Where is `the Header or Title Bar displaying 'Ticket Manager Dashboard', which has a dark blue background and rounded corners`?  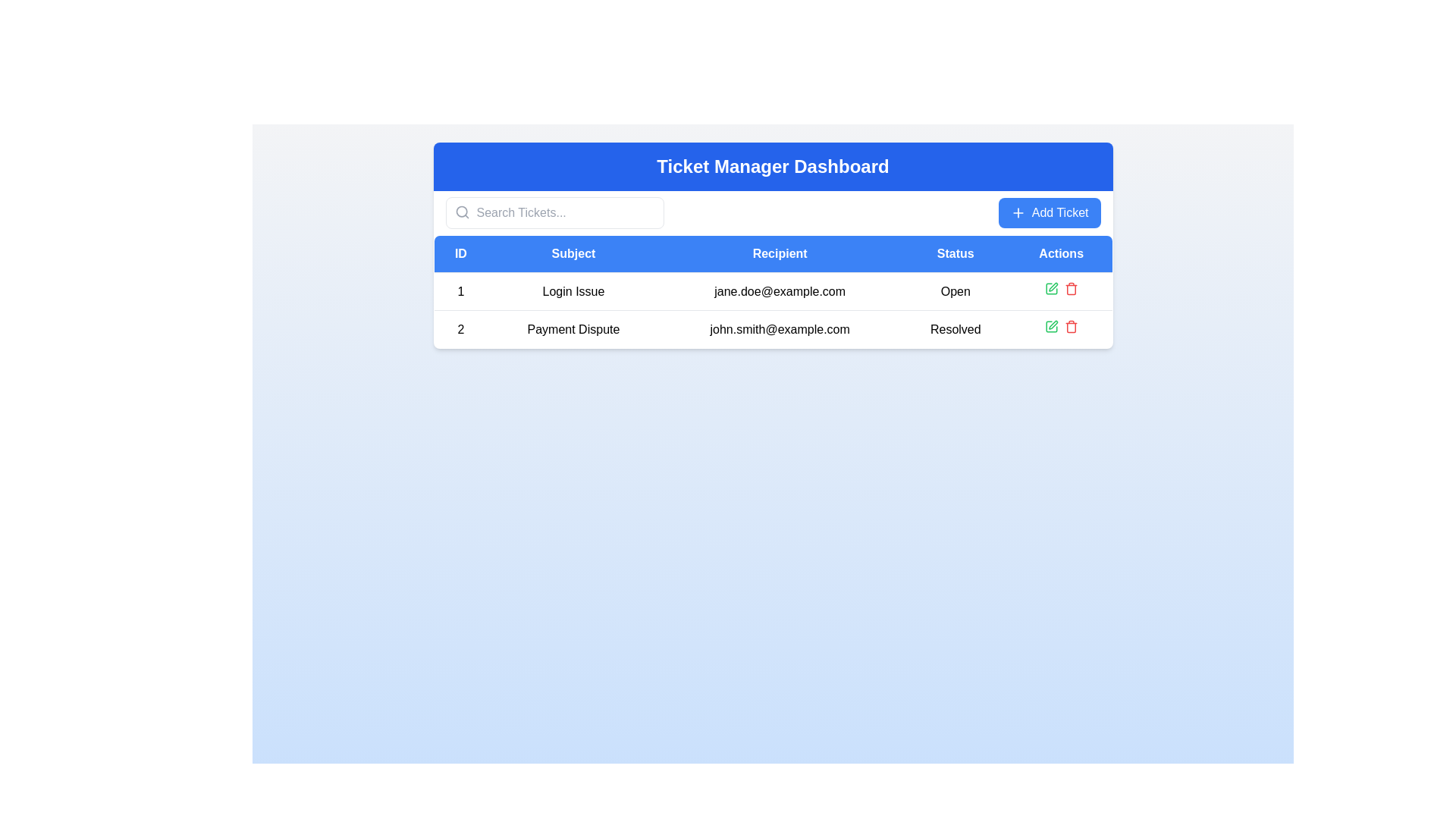
the Header or Title Bar displaying 'Ticket Manager Dashboard', which has a dark blue background and rounded corners is located at coordinates (773, 166).